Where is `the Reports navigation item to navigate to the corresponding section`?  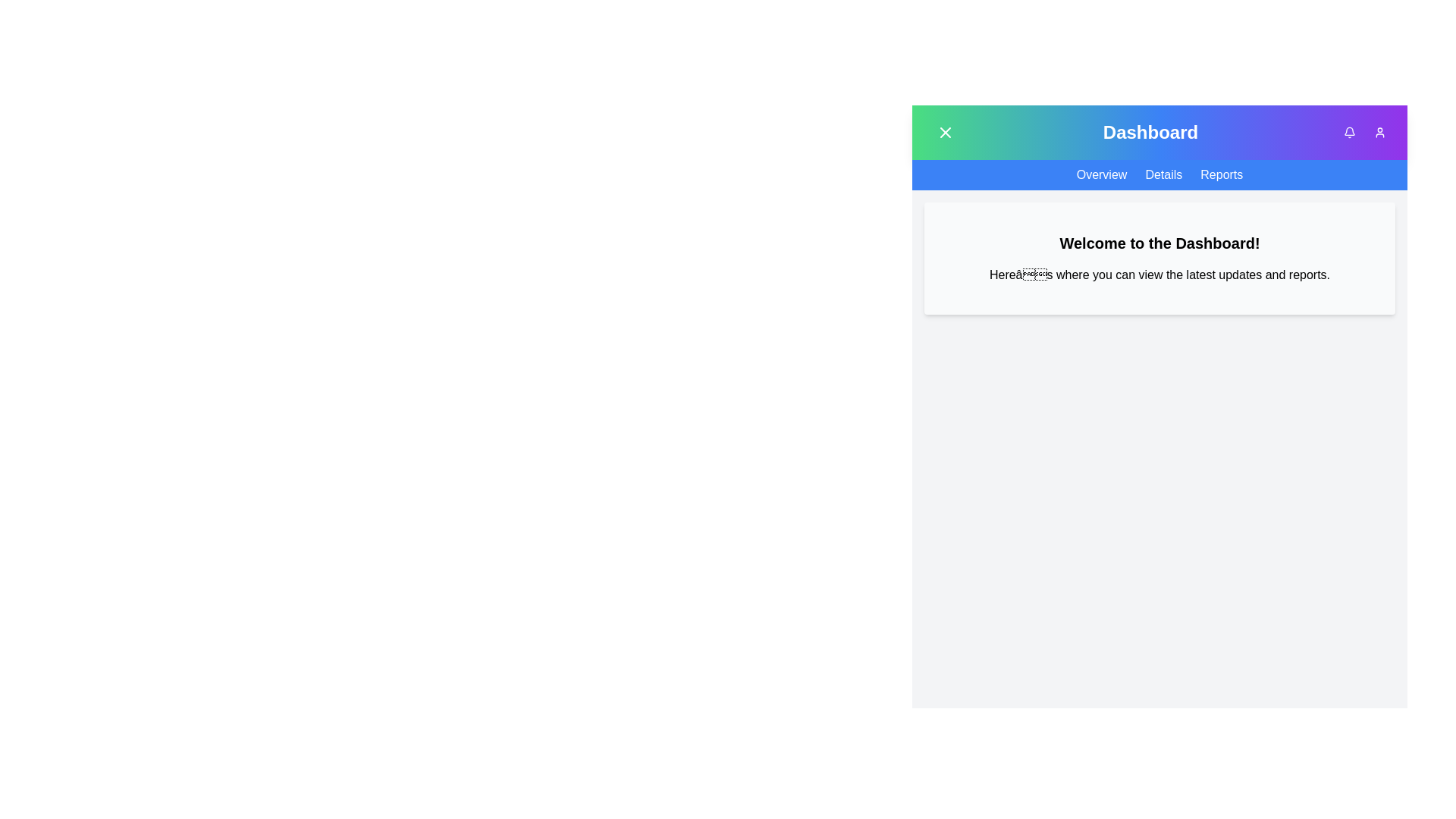
the Reports navigation item to navigate to the corresponding section is located at coordinates (1222, 174).